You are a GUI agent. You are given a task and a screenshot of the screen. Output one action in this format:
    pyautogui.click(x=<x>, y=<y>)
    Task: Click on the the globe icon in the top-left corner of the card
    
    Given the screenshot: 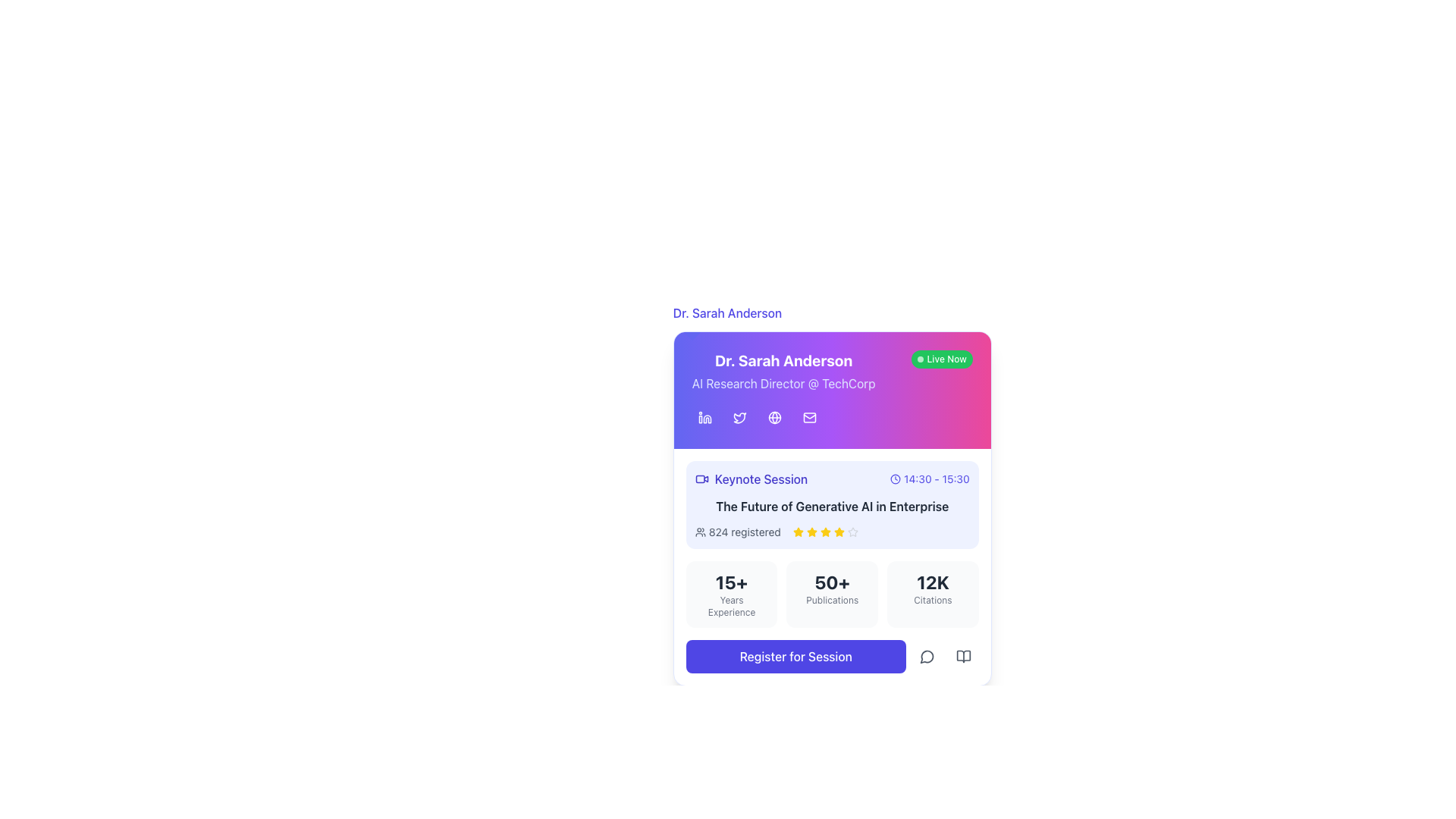 What is the action you would take?
    pyautogui.click(x=774, y=418)
    